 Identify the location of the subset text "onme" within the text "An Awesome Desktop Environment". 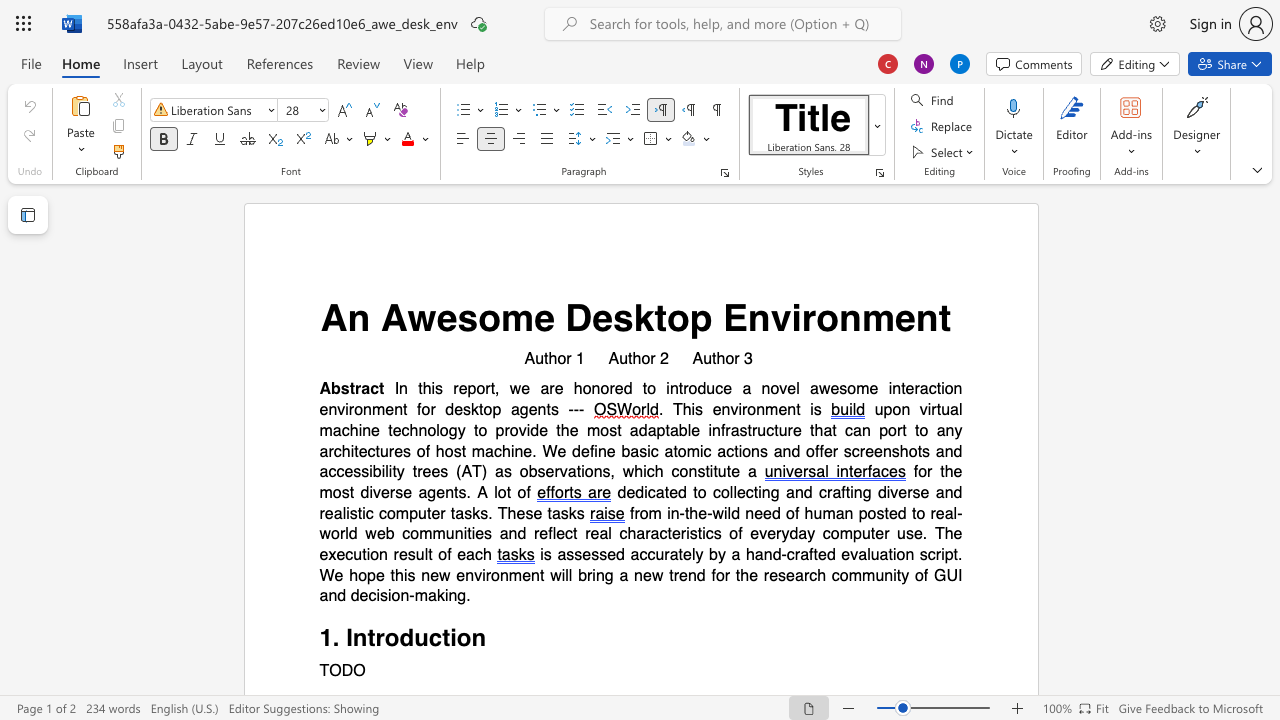
(816, 317).